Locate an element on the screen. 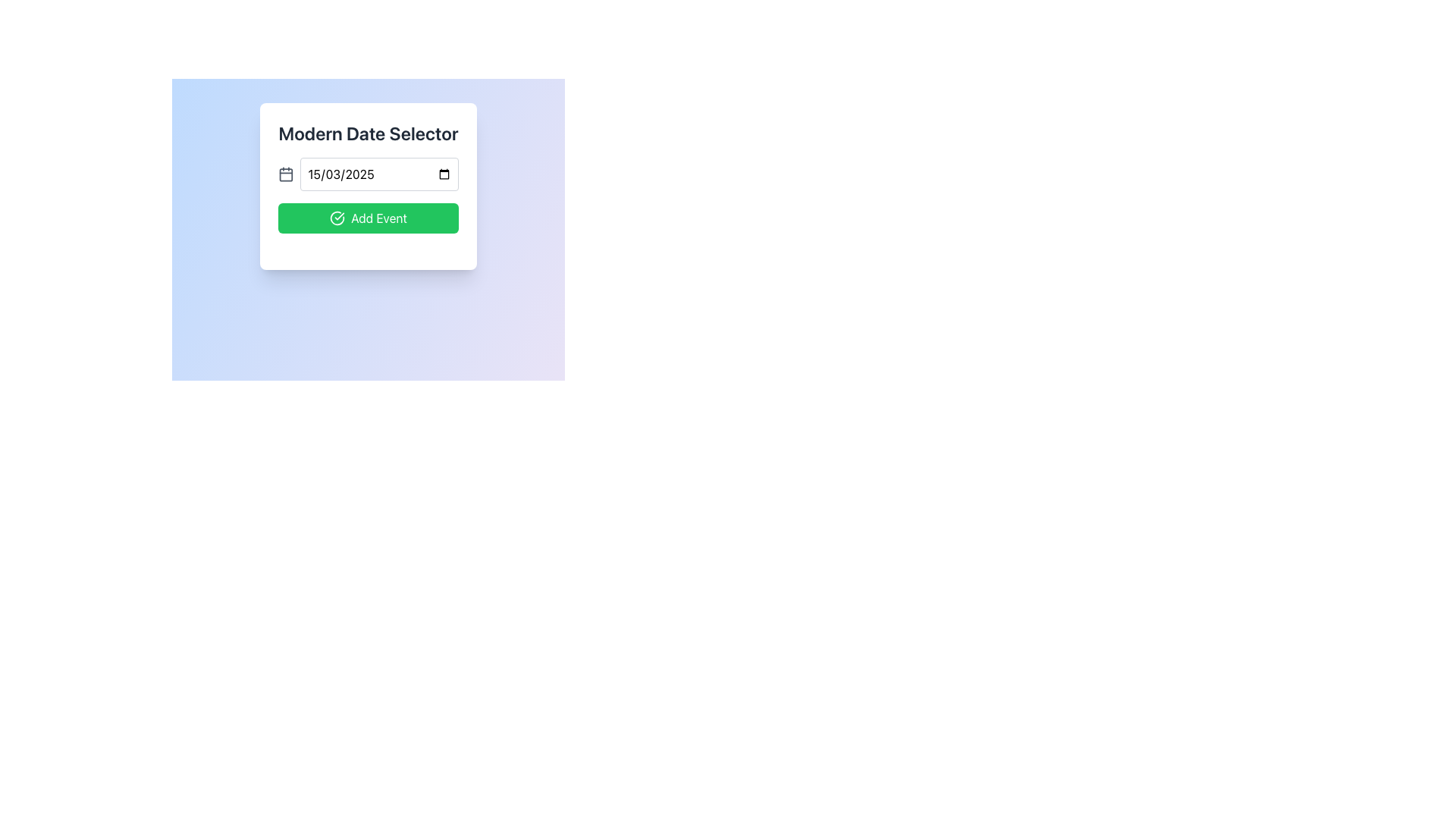 This screenshot has height=819, width=1456. the 'Add Event' button which contains a graphical icon of a large circle with a checkmark inside, positioned towards the left side of the button's text is located at coordinates (337, 218).